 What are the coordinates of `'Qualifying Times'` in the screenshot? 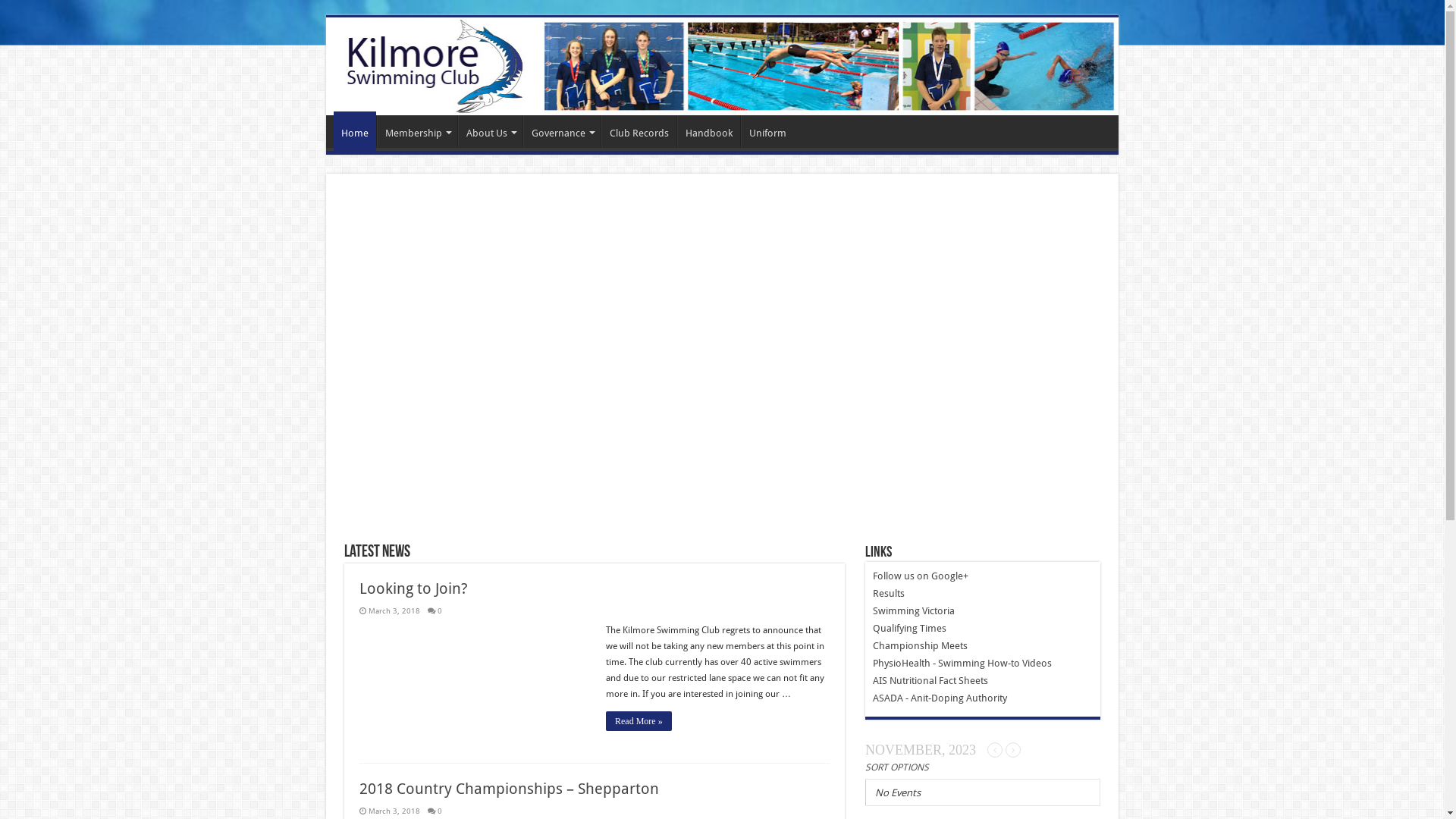 It's located at (909, 627).